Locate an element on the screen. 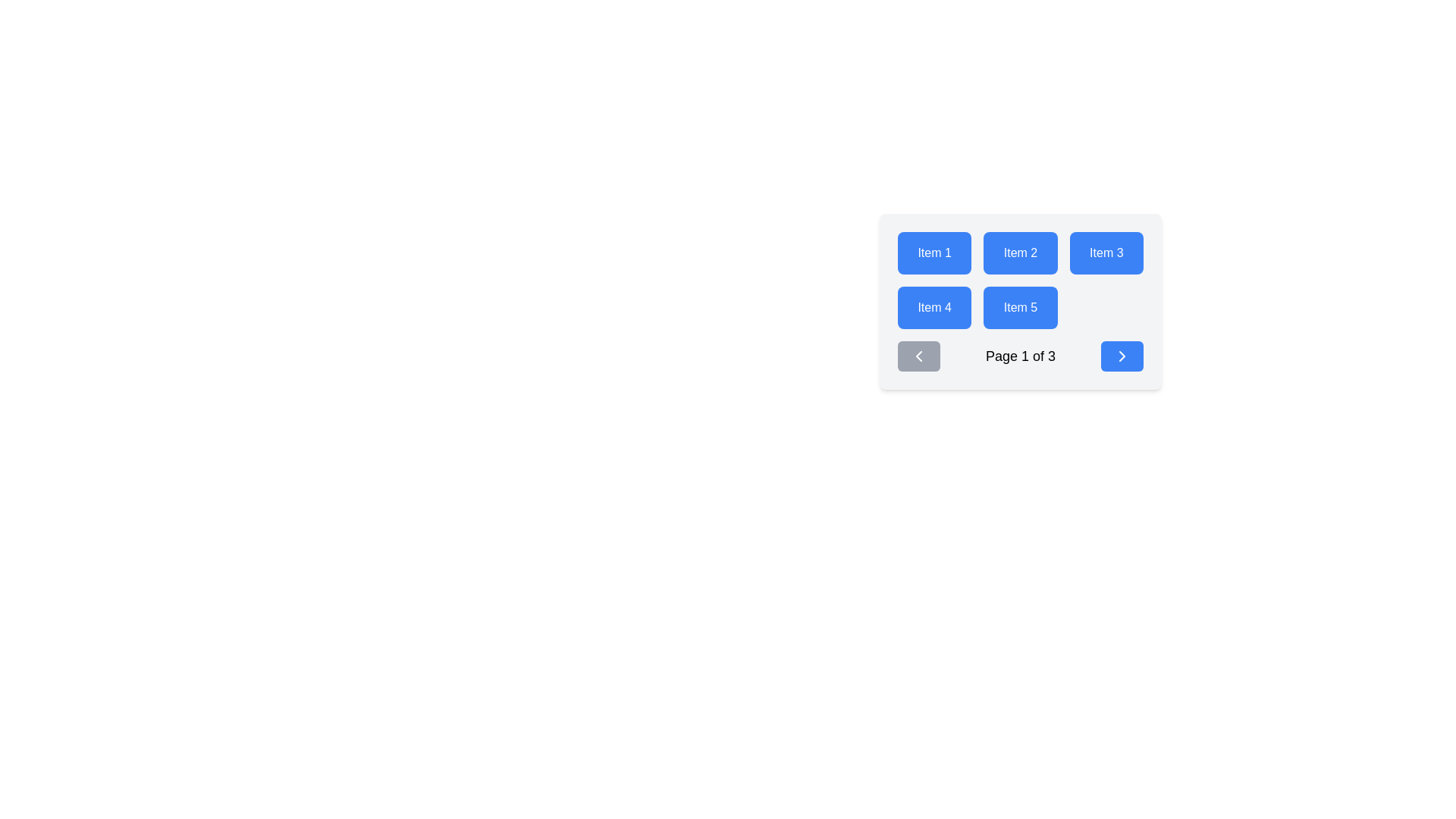  the grid of blue buttons within the composite widget is located at coordinates (1020, 301).